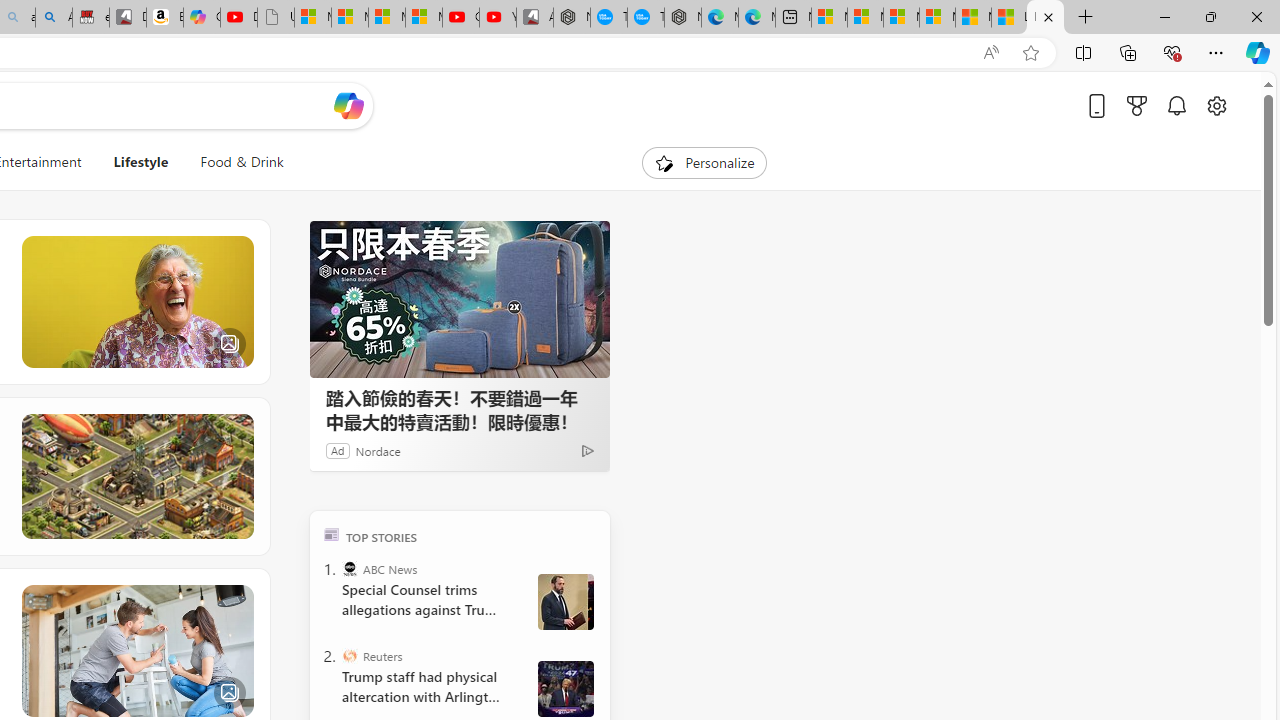 The height and width of the screenshot is (720, 1280). Describe the element at coordinates (587, 450) in the screenshot. I see `'Ad Choice'` at that location.